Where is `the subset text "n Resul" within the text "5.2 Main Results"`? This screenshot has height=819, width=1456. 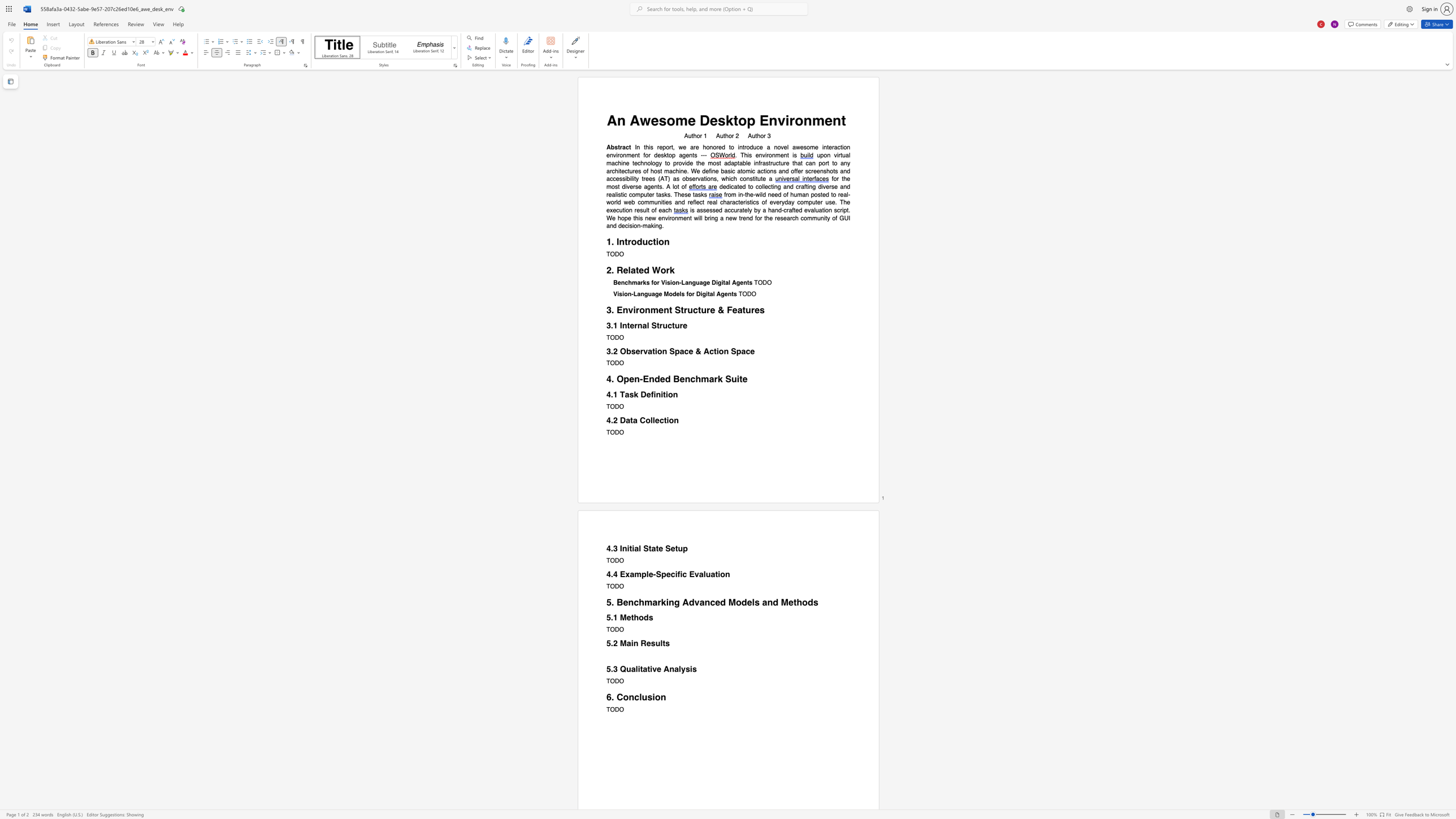 the subset text "n Resul" within the text "5.2 Main Results" is located at coordinates (633, 643).